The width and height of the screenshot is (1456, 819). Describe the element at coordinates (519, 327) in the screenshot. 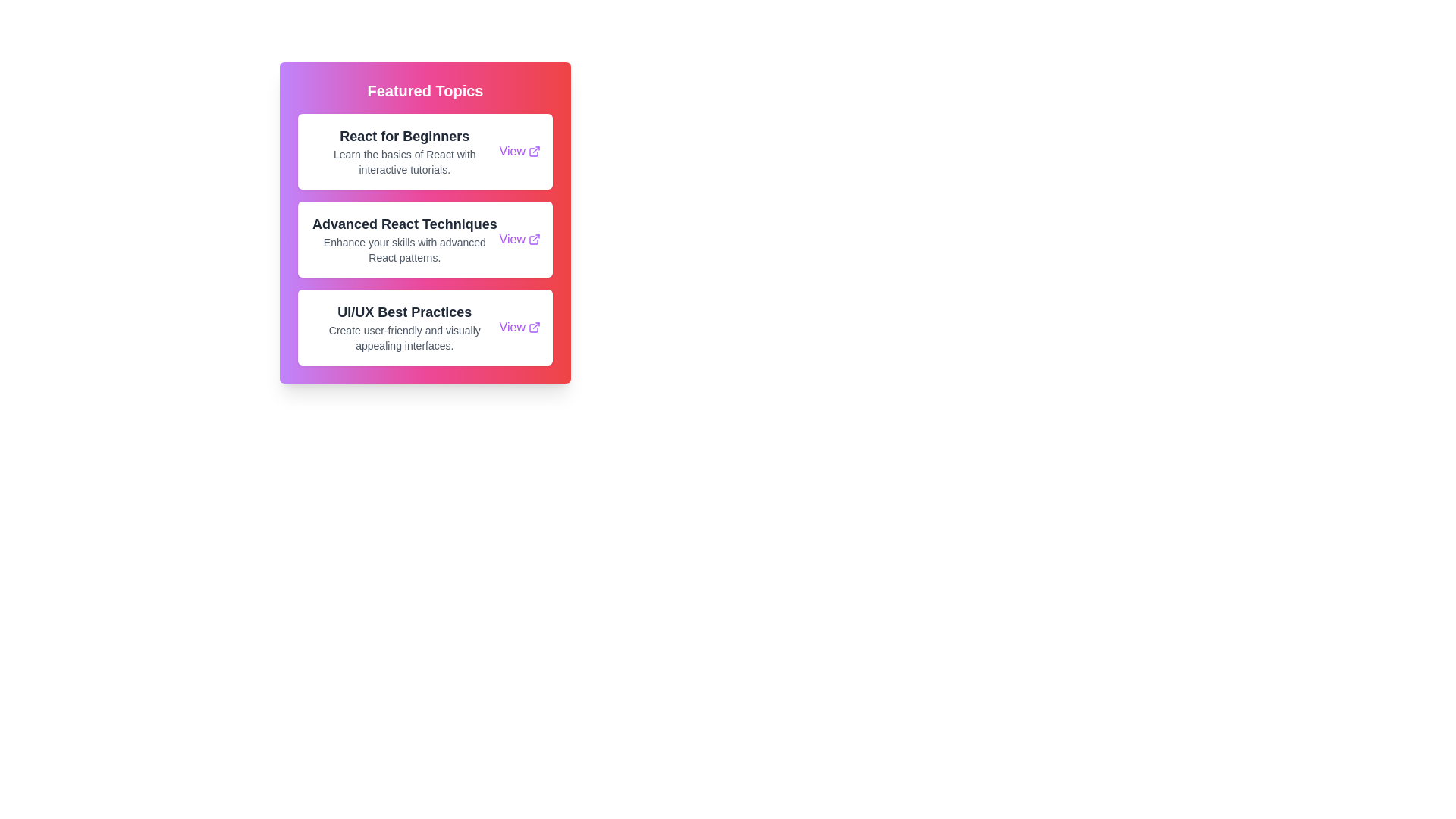

I see `the interactive 'View' link with an external link icon located in the bottom-right corner of the 'UI/UX Best Practices' card` at that location.